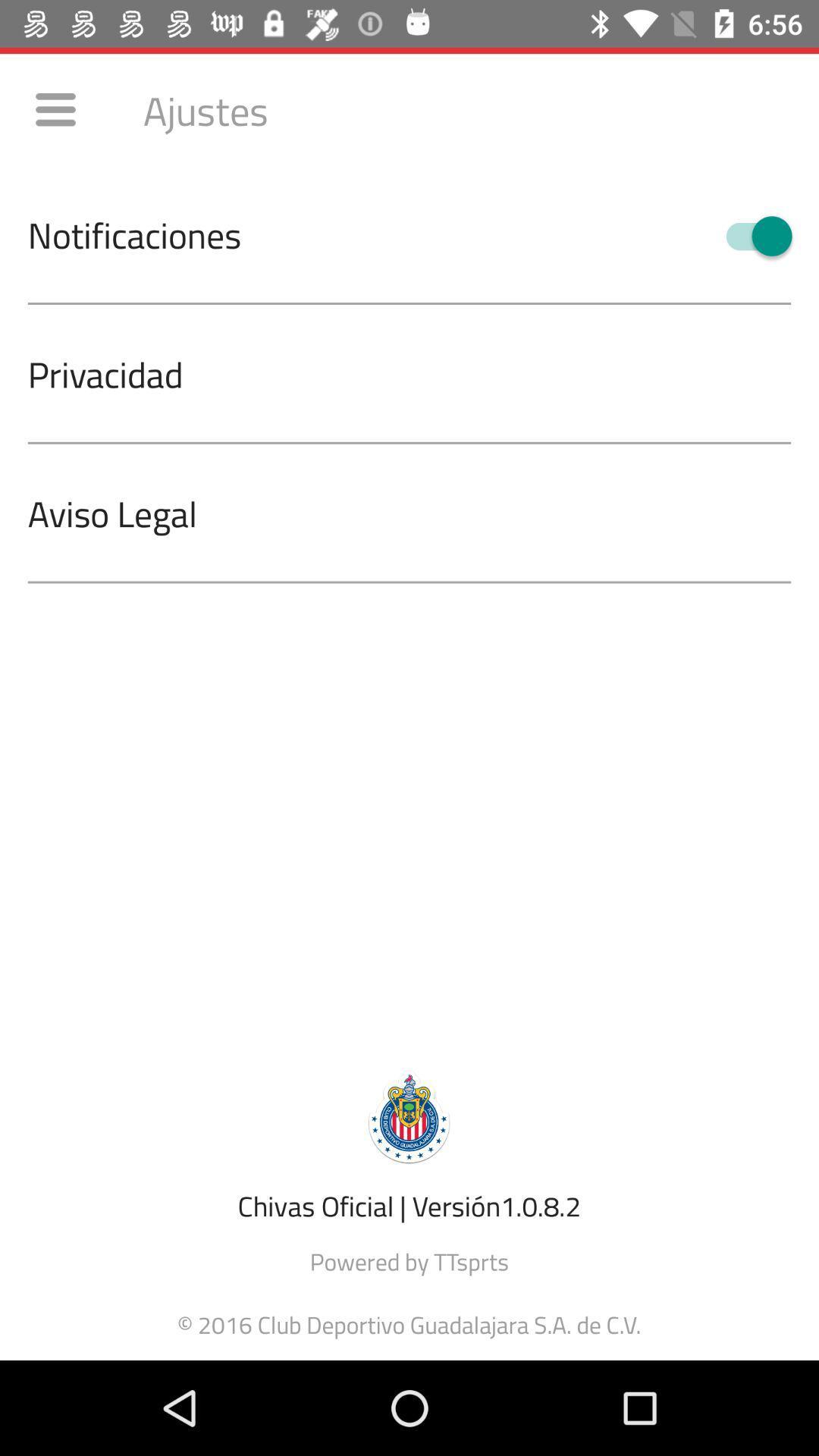 This screenshot has height=1456, width=819. Describe the element at coordinates (423, 513) in the screenshot. I see `aviso legal icon` at that location.